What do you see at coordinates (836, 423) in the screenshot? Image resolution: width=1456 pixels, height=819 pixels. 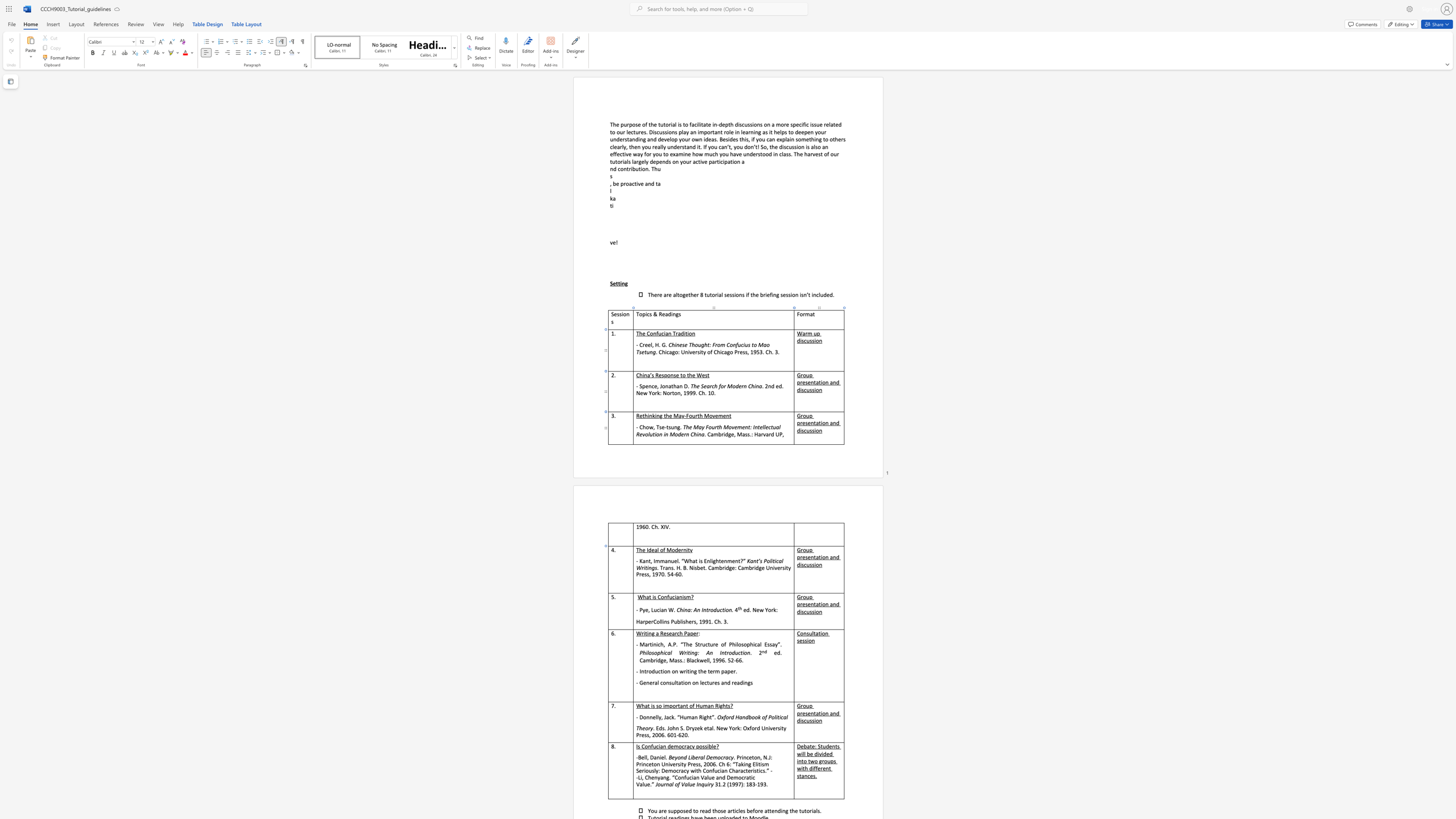 I see `the space between the continuous character "n" and "d" in the text` at bounding box center [836, 423].